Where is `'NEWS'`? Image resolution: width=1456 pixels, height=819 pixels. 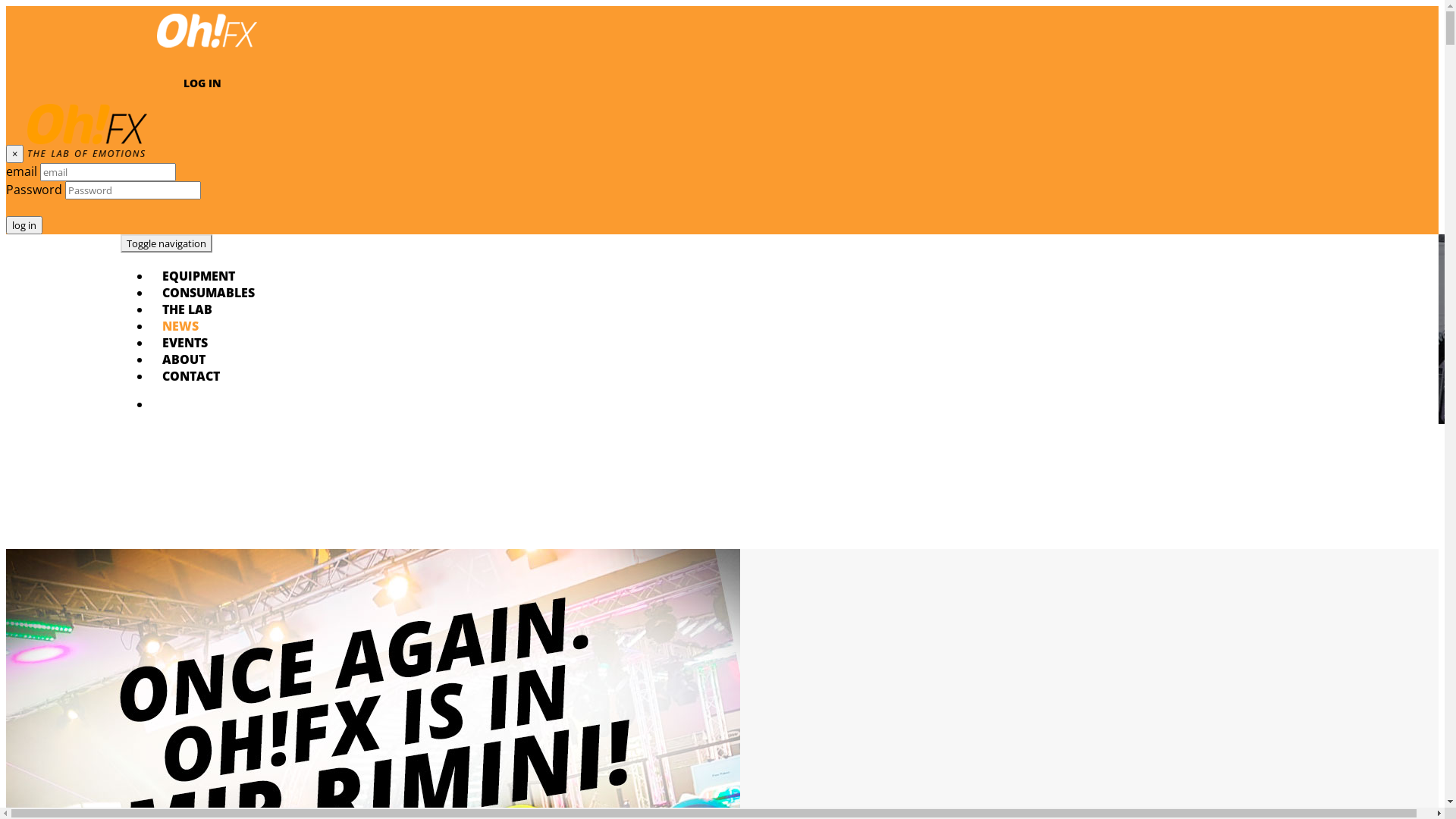 'NEWS' is located at coordinates (162, 325).